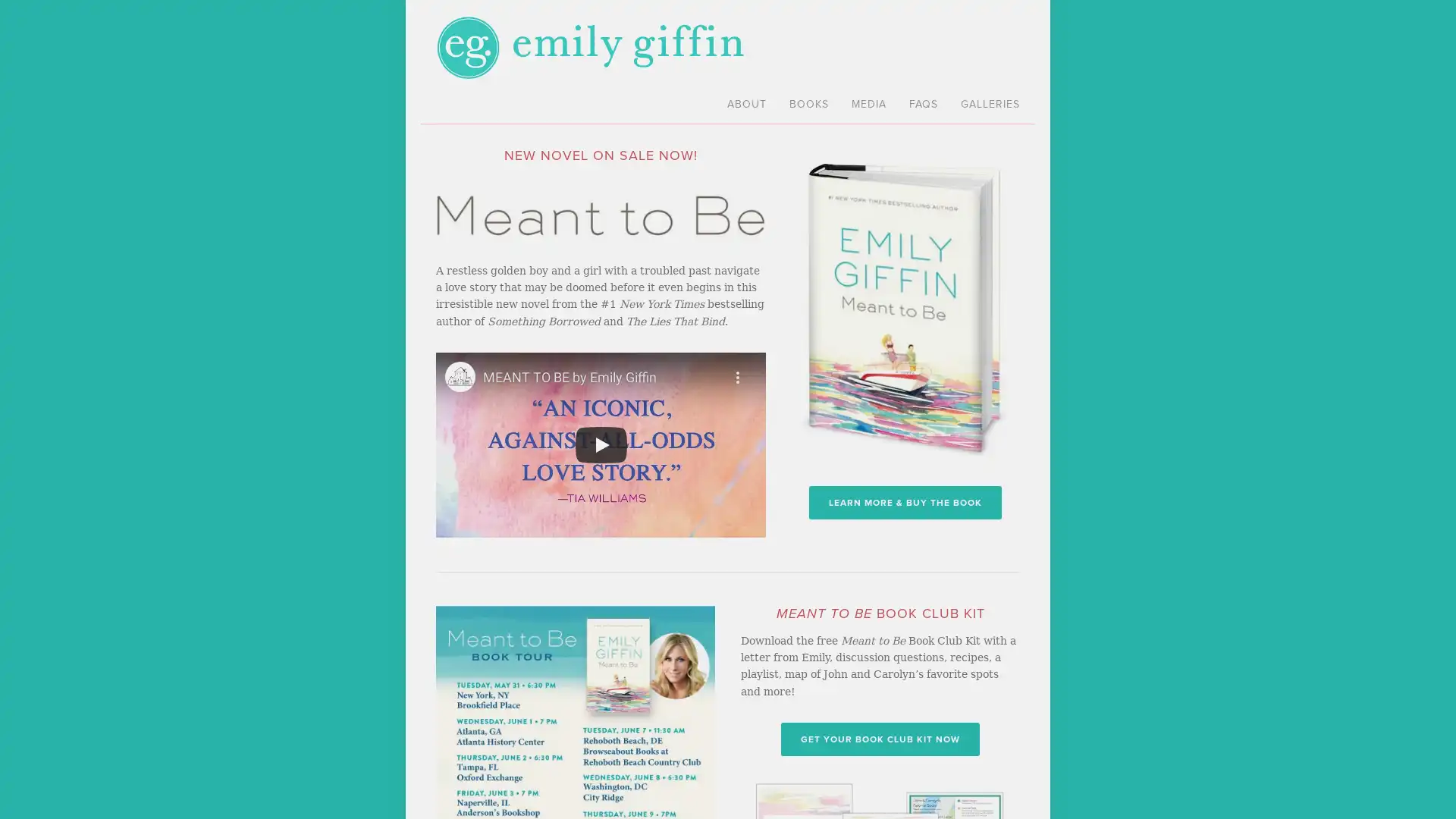 This screenshot has height=819, width=1456. I want to click on Sign me up!, so click(850, 429).